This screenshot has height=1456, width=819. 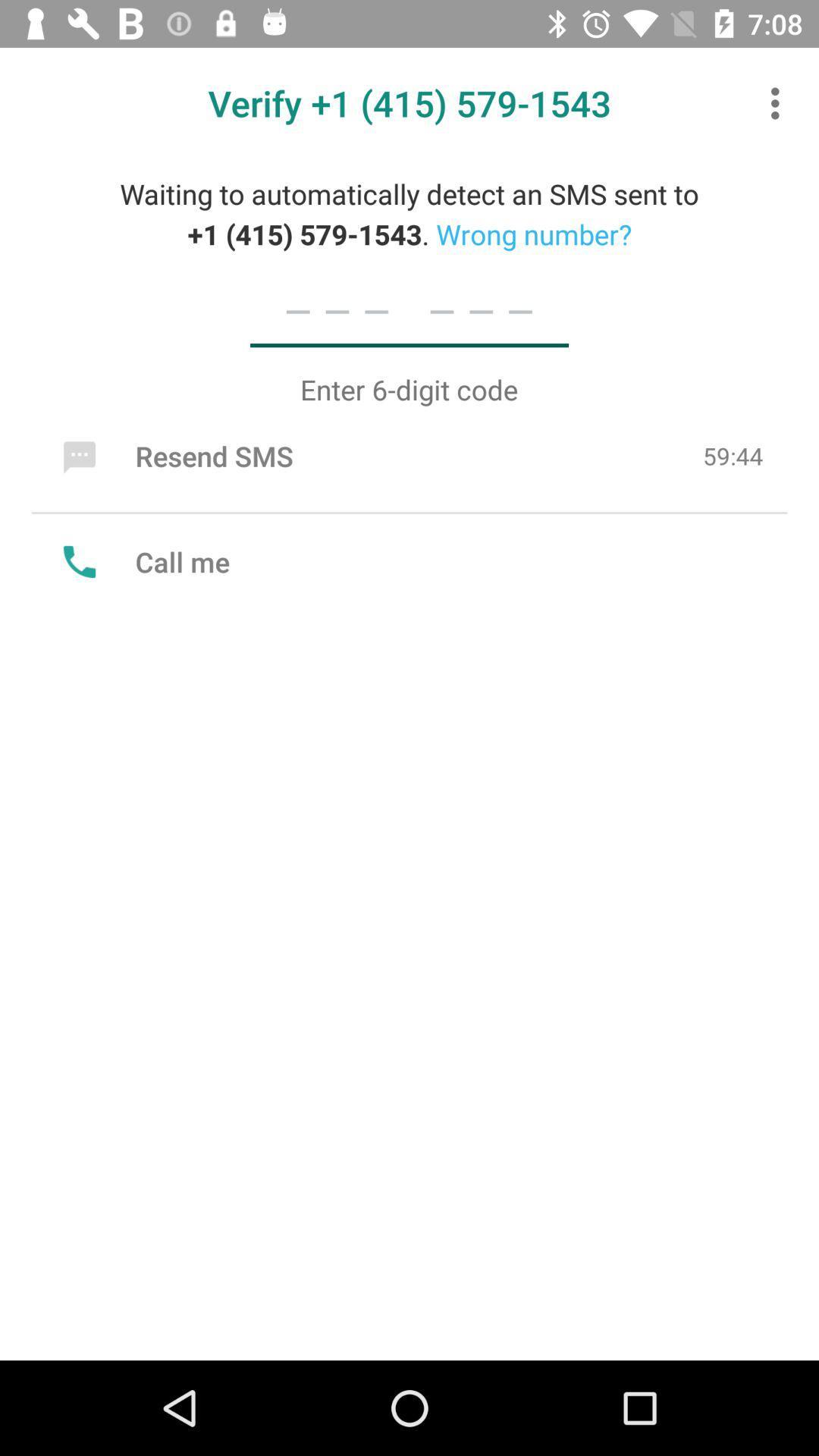 I want to click on icon next to the verify 1 415, so click(x=779, y=102).